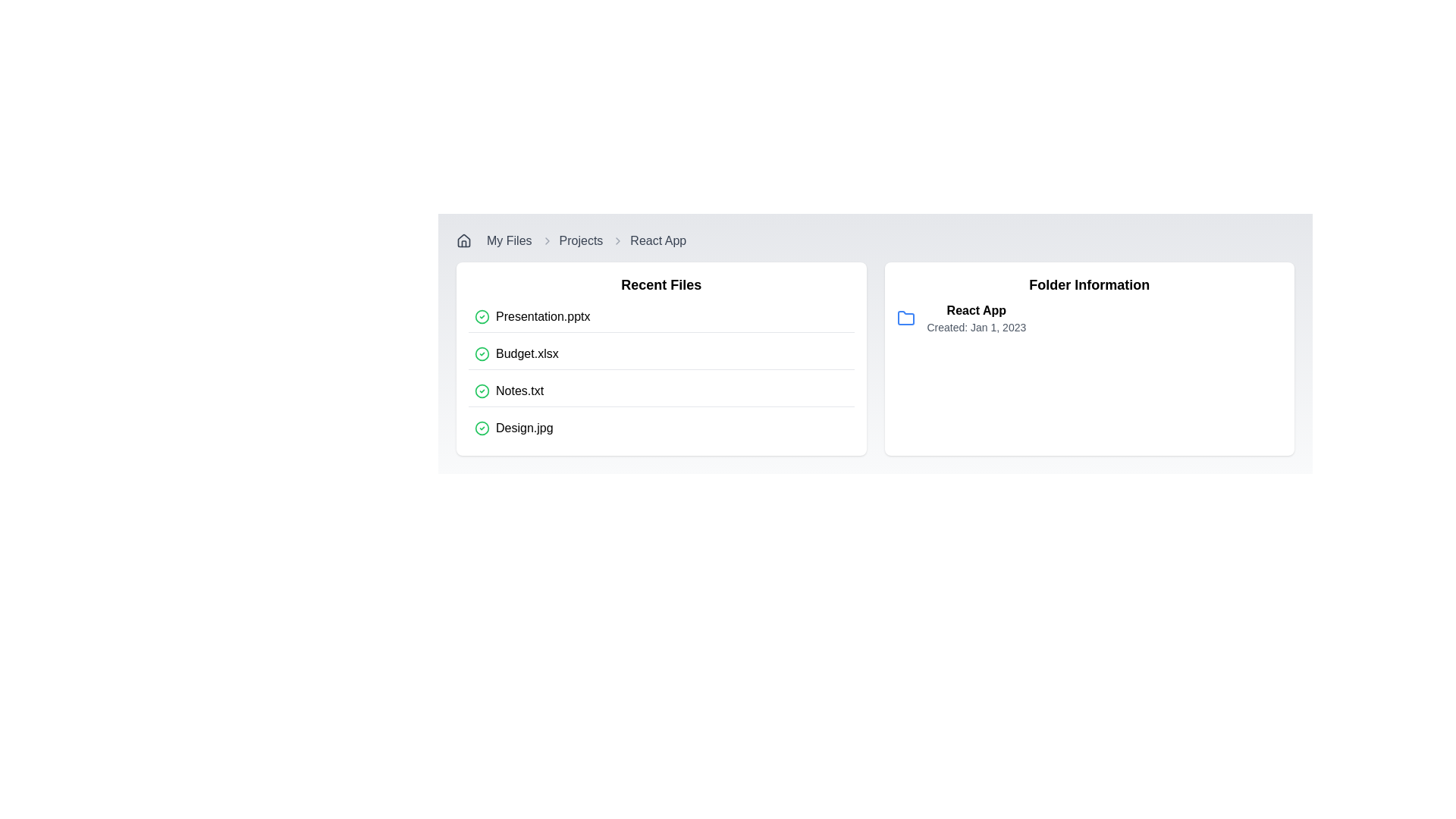 The image size is (1456, 819). Describe the element at coordinates (506, 240) in the screenshot. I see `the 'My Files' hyperlink text in the breadcrumb navigation bar` at that location.